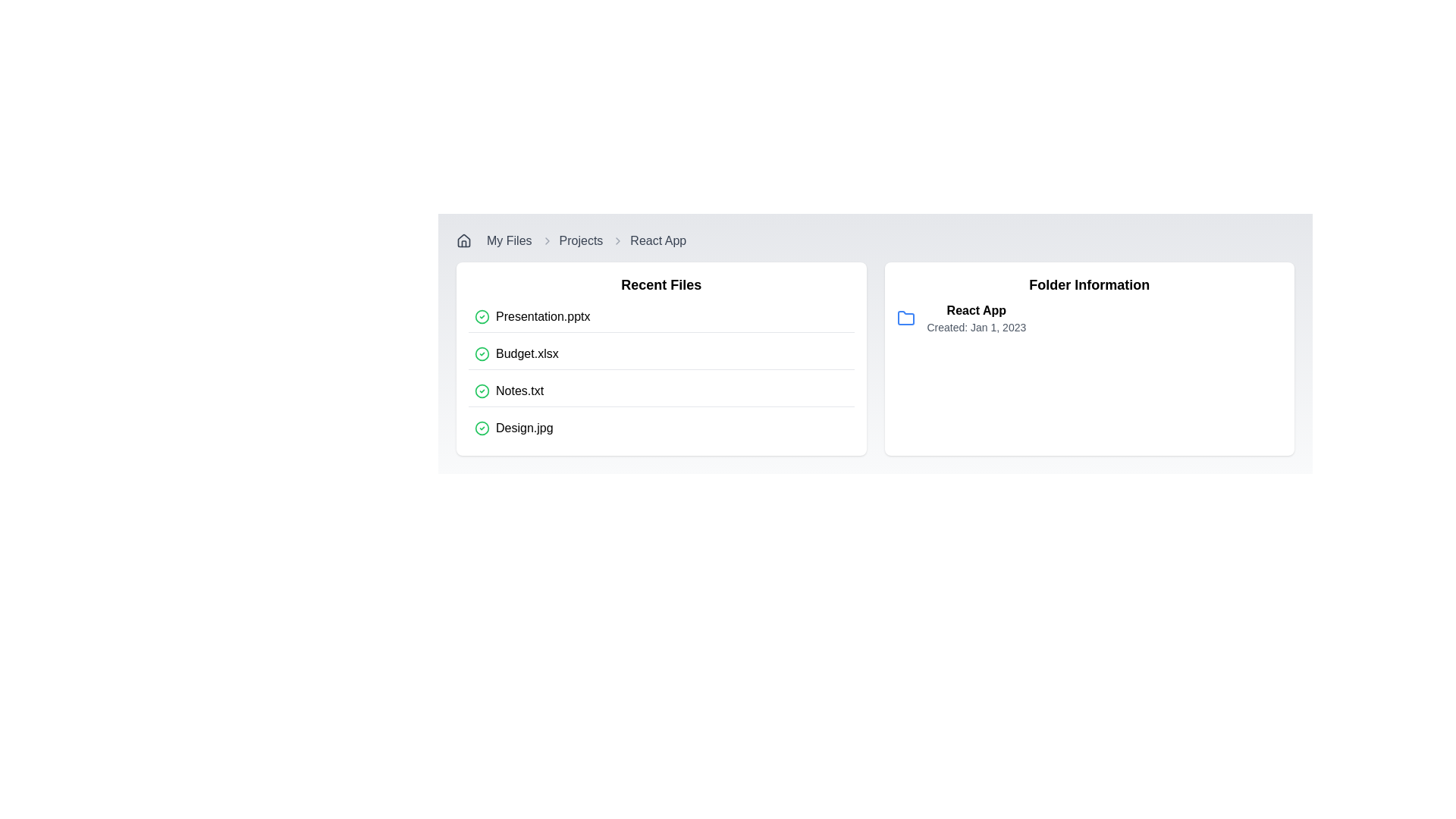 The image size is (1456, 819). Describe the element at coordinates (506, 240) in the screenshot. I see `the 'My Files' hyperlink text in the breadcrumb navigation bar` at that location.